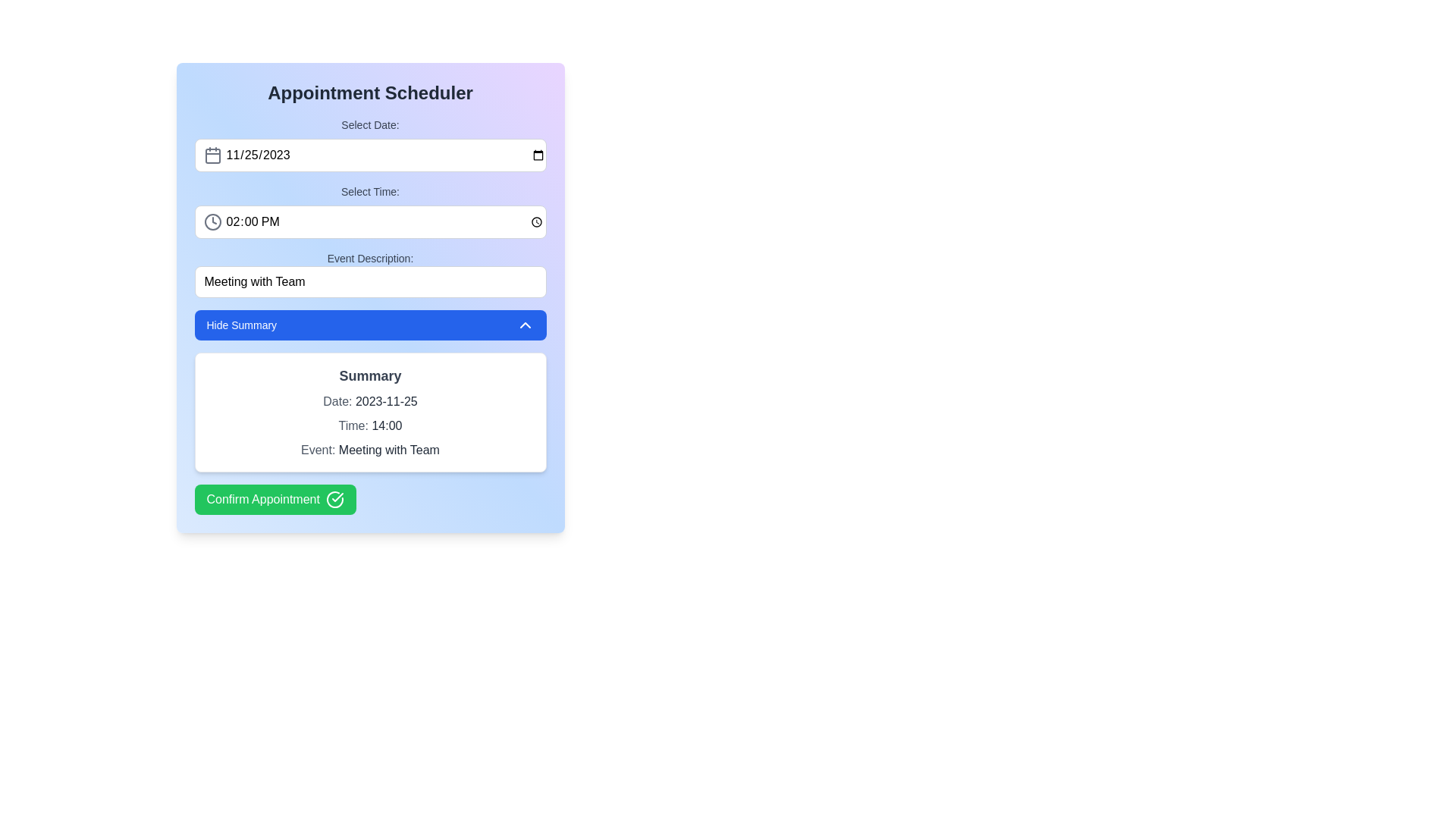  Describe the element at coordinates (370, 145) in the screenshot. I see `the label for the date selection field located at the top of the form, directly above the 'Select Time:' field` at that location.